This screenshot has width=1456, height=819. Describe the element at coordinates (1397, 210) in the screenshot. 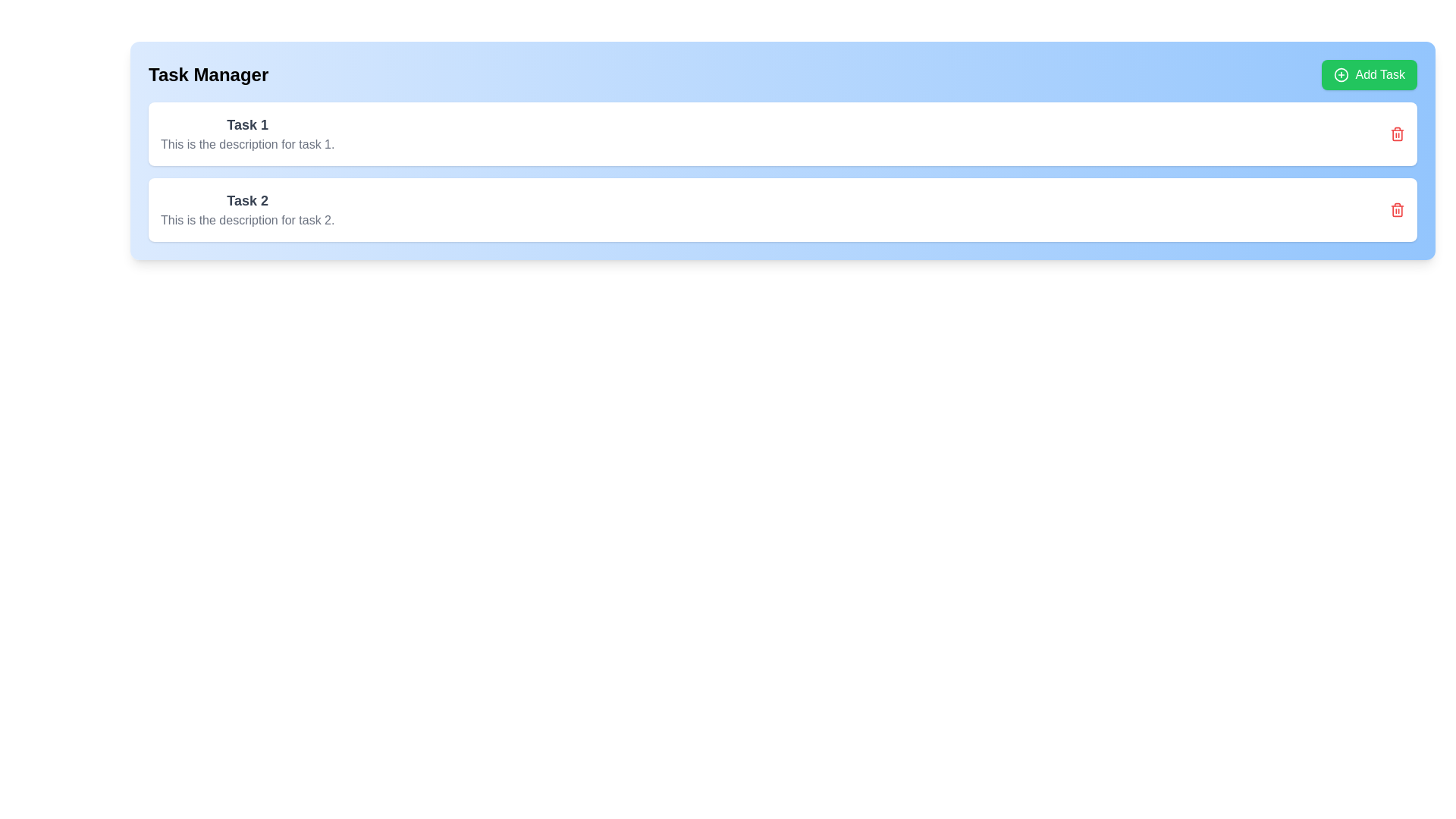

I see `the delete icon button located at the right section of the card containing 'Task 2' to change its color` at that location.